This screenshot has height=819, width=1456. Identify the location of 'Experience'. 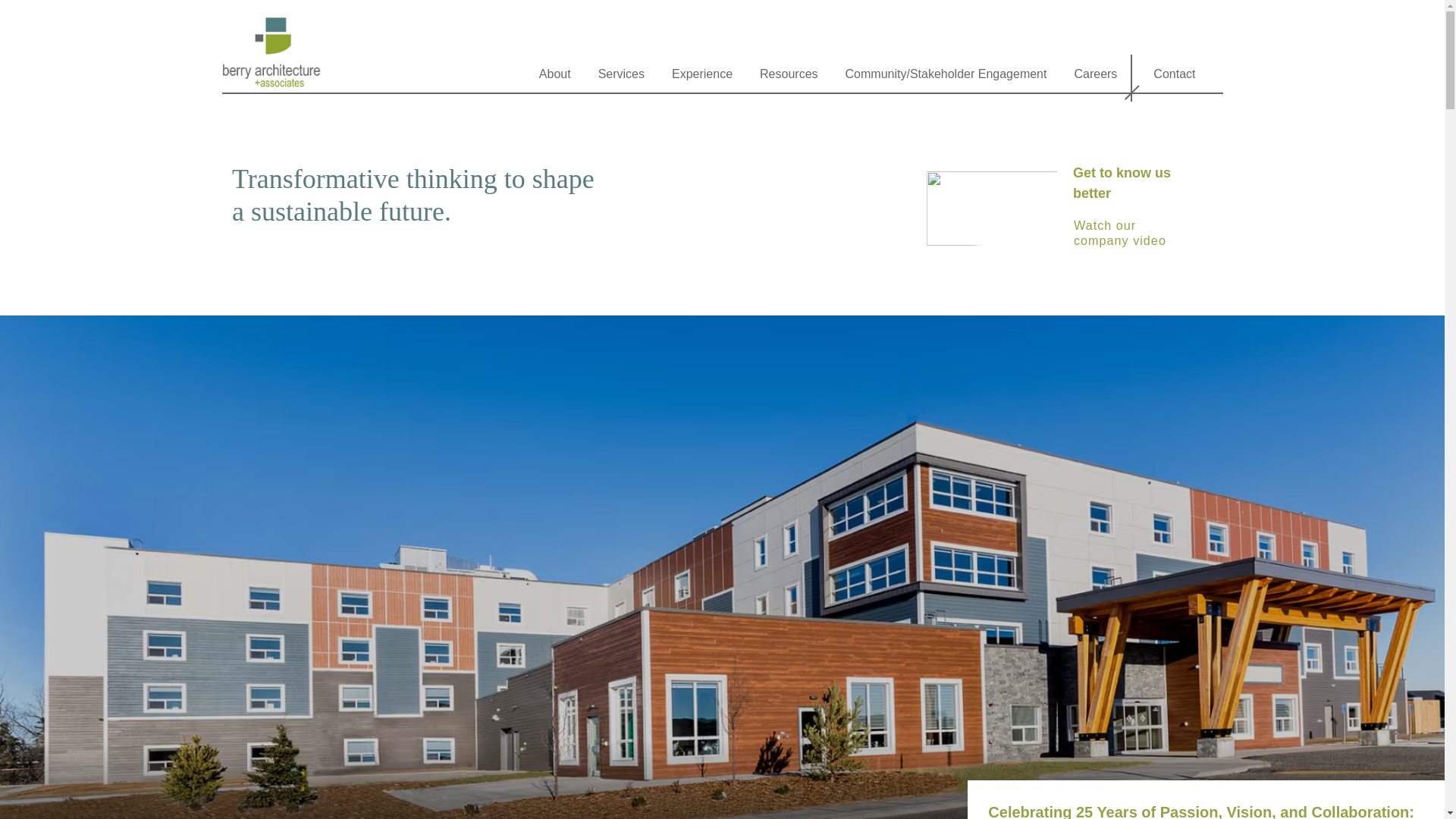
(701, 78).